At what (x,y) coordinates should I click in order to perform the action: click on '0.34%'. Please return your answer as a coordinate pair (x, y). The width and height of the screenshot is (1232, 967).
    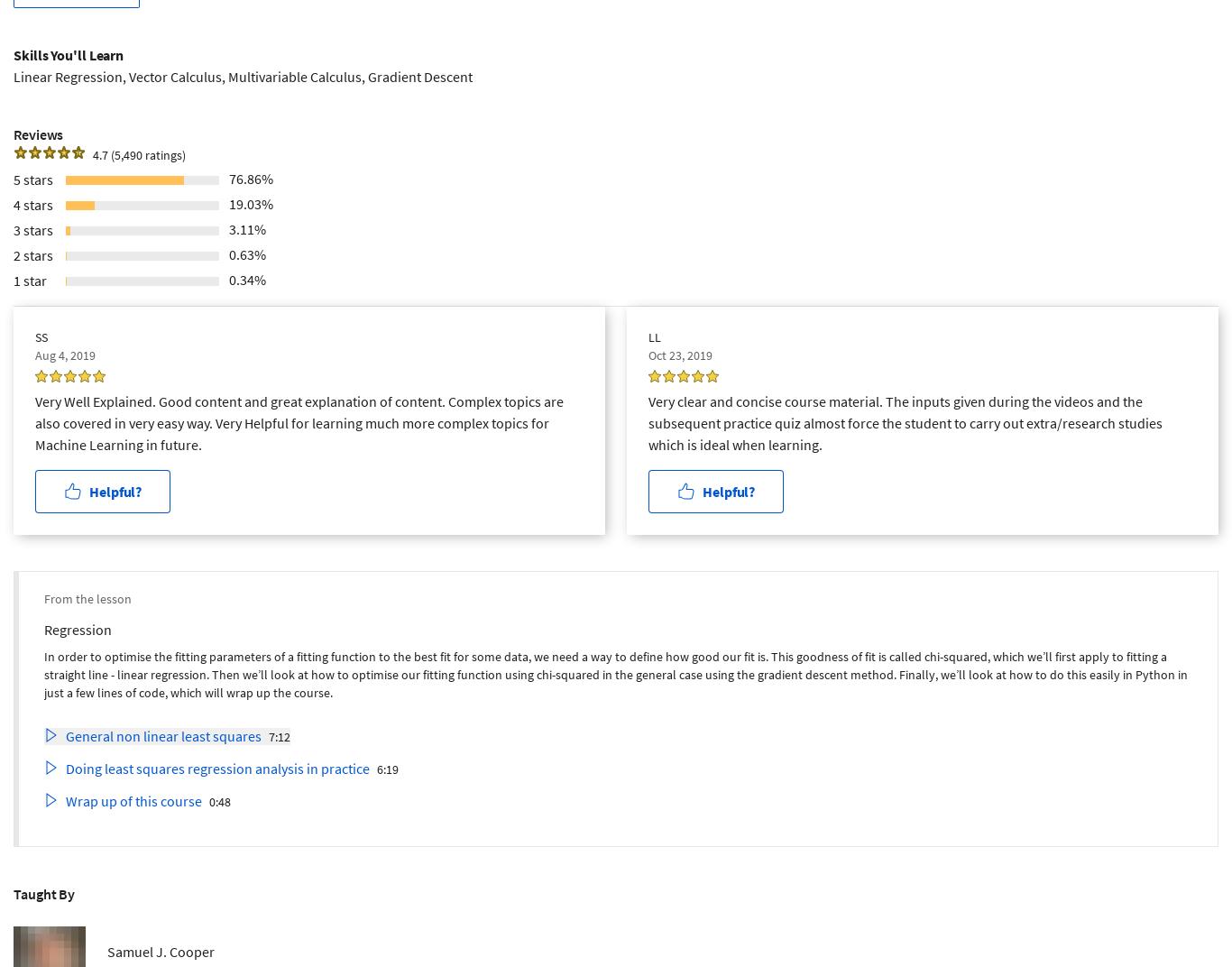
    Looking at the image, I should click on (247, 277).